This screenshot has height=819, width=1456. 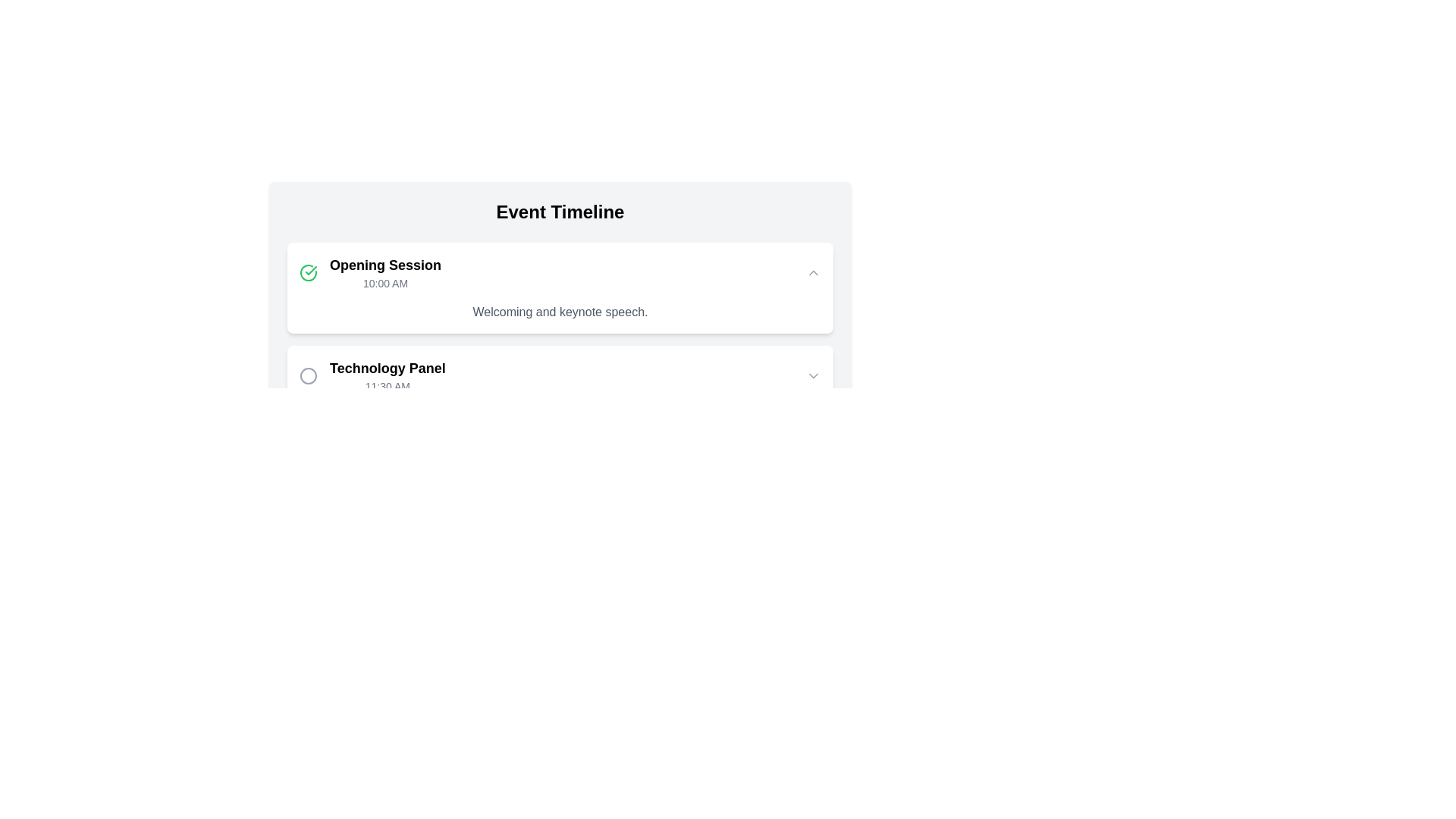 I want to click on text label providing additional details about the 'Opening Session', located below the session's title and time, so click(x=560, y=312).